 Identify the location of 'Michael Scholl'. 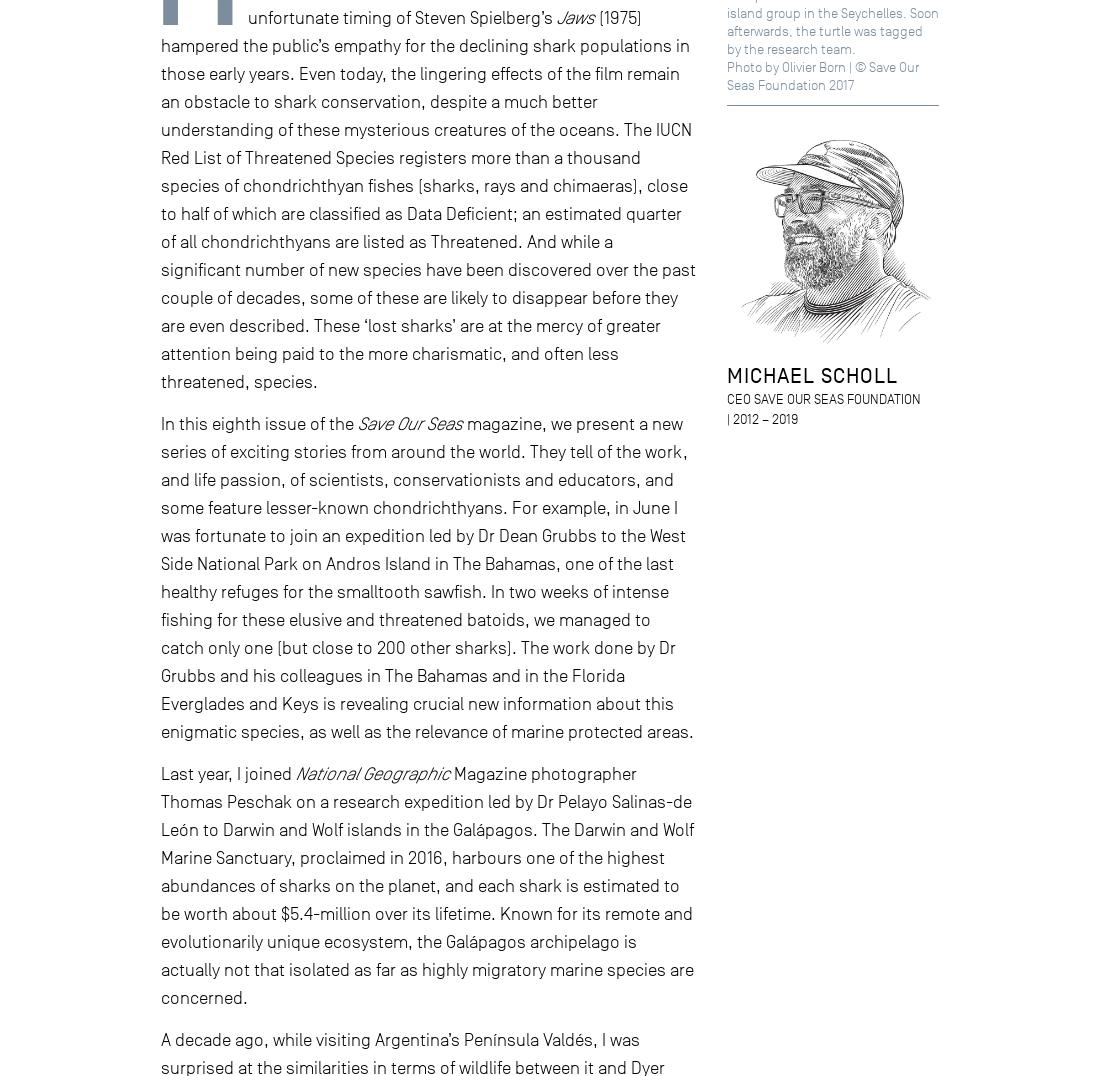
(811, 373).